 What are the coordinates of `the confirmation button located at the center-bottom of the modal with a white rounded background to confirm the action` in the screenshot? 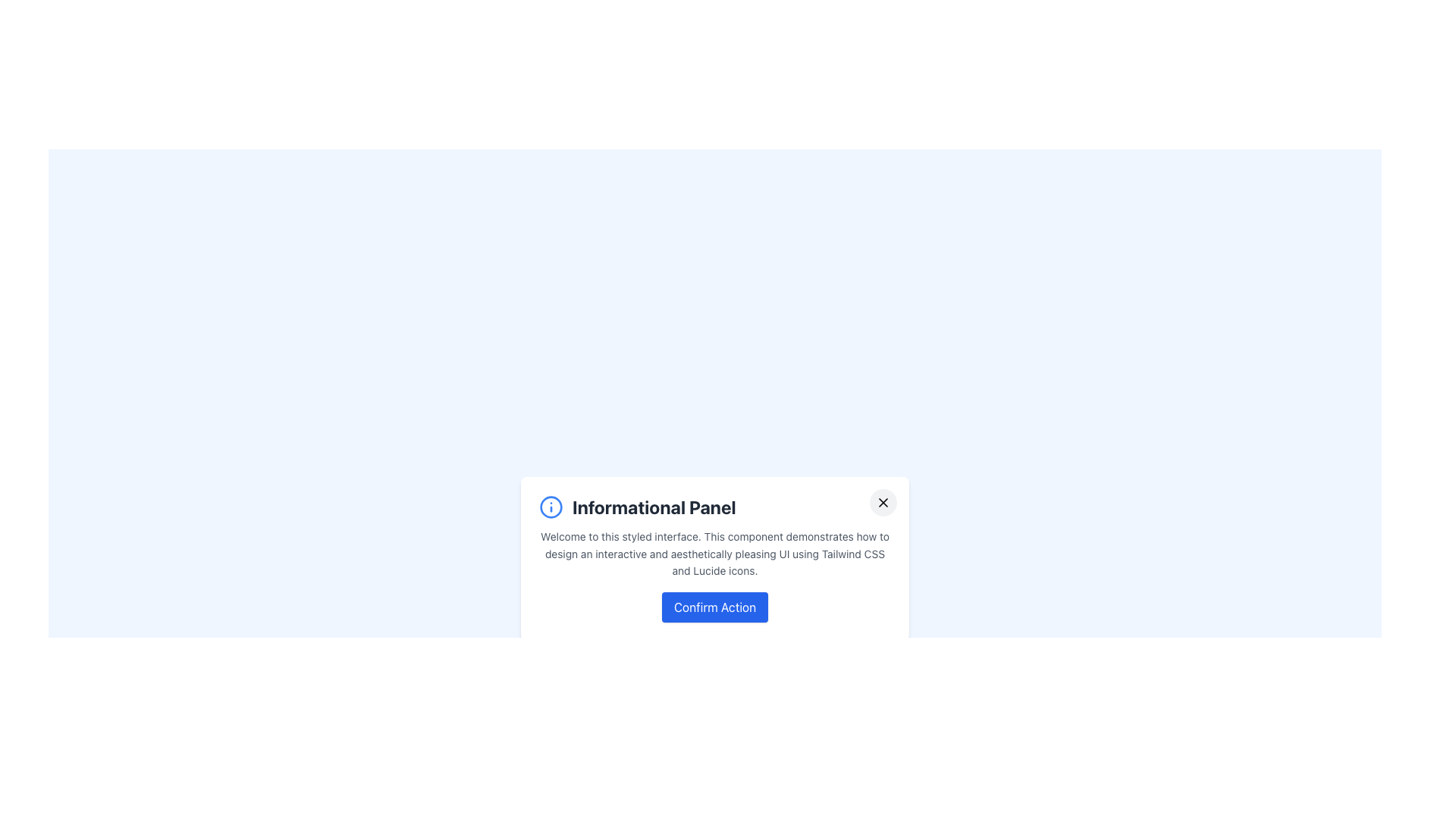 It's located at (714, 607).